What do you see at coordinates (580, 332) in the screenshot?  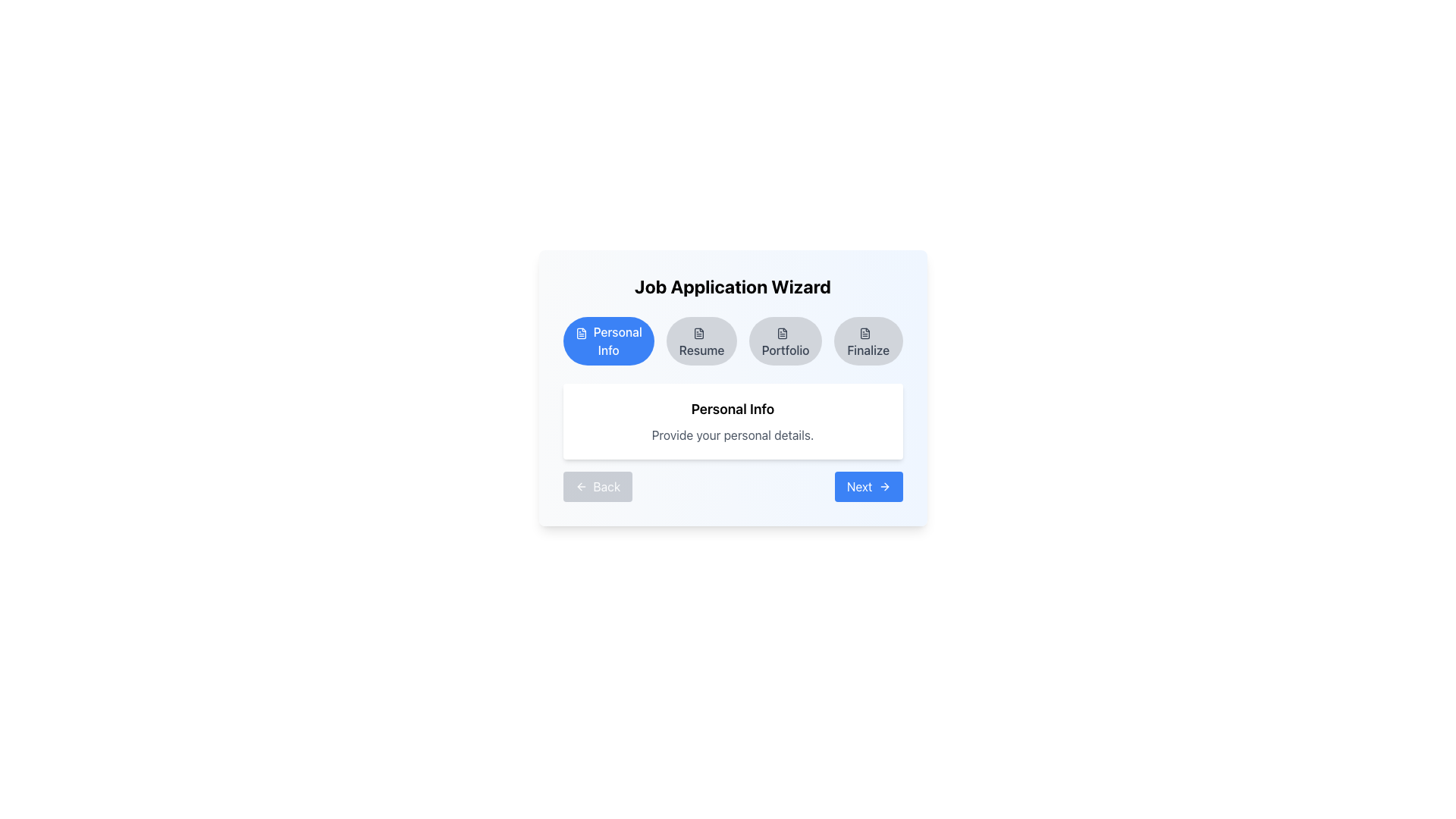 I see `the 'Personal Info' icon located to the left of the 'Personal Info' text within the rounded blue button in the top navigation bar` at bounding box center [580, 332].